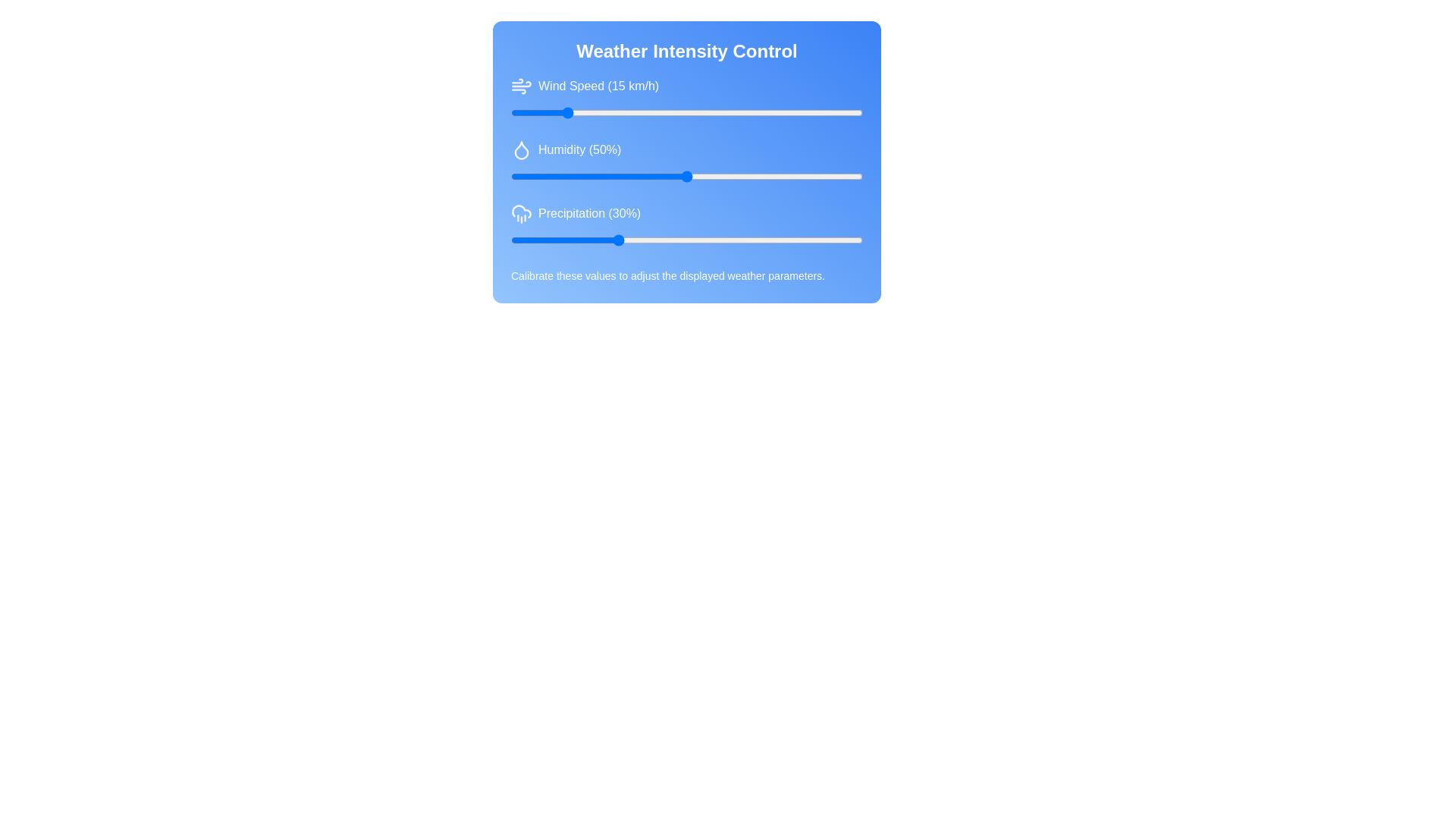  Describe the element at coordinates (805, 112) in the screenshot. I see `the wind speed` at that location.